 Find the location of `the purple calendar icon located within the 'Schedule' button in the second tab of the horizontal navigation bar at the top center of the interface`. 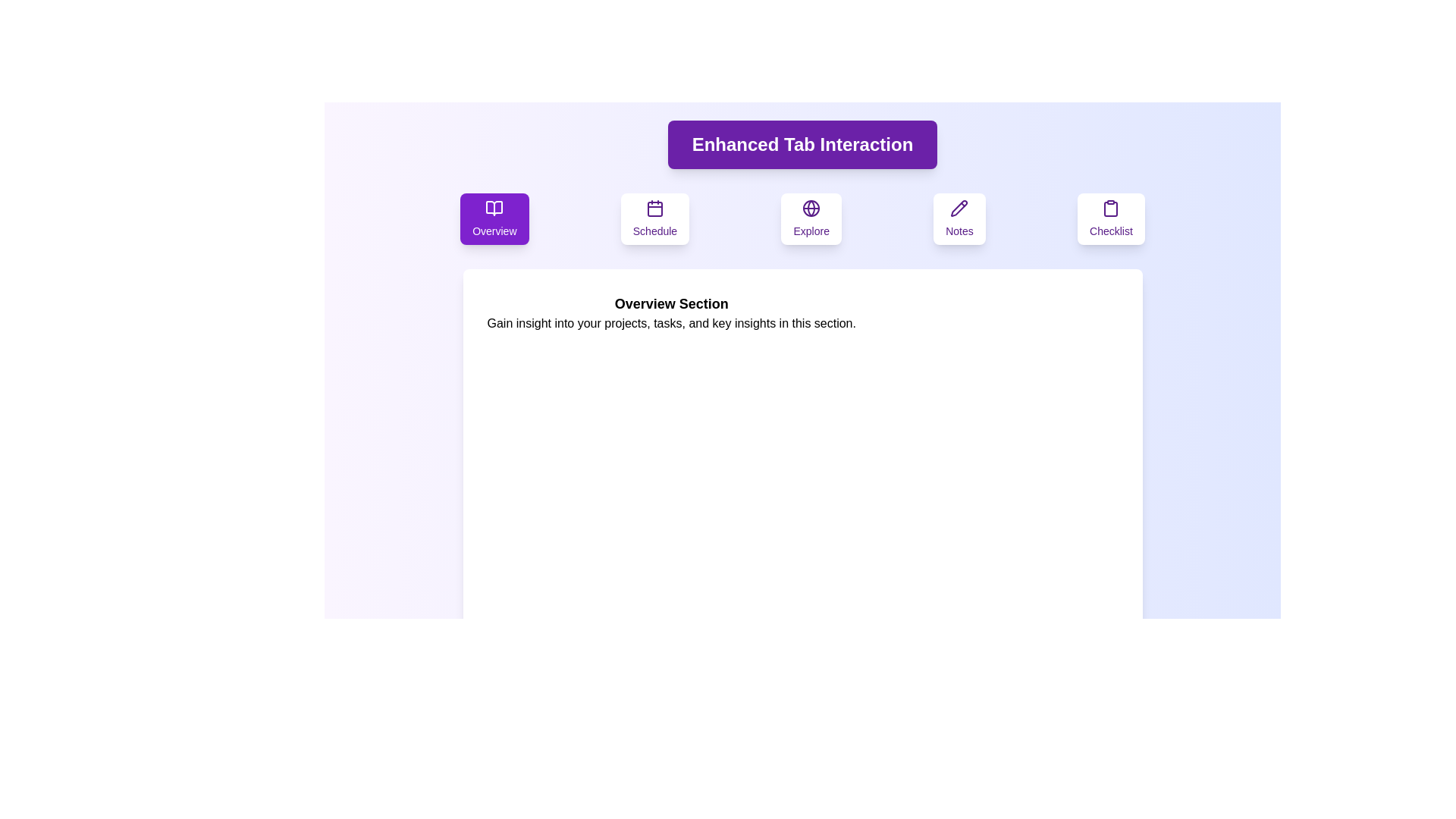

the purple calendar icon located within the 'Schedule' button in the second tab of the horizontal navigation bar at the top center of the interface is located at coordinates (655, 208).